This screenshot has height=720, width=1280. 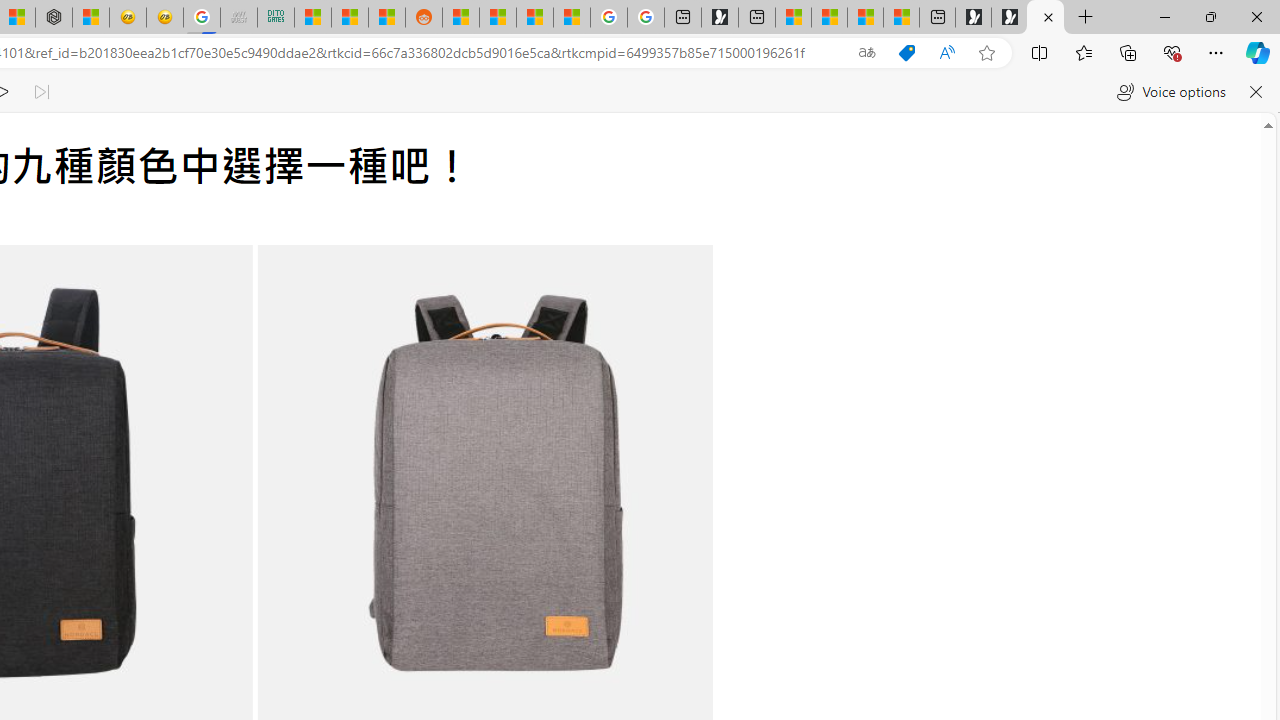 I want to click on 'Nordace - #1 Japanese Best-Seller - Siena Smart Backpack', so click(x=53, y=17).